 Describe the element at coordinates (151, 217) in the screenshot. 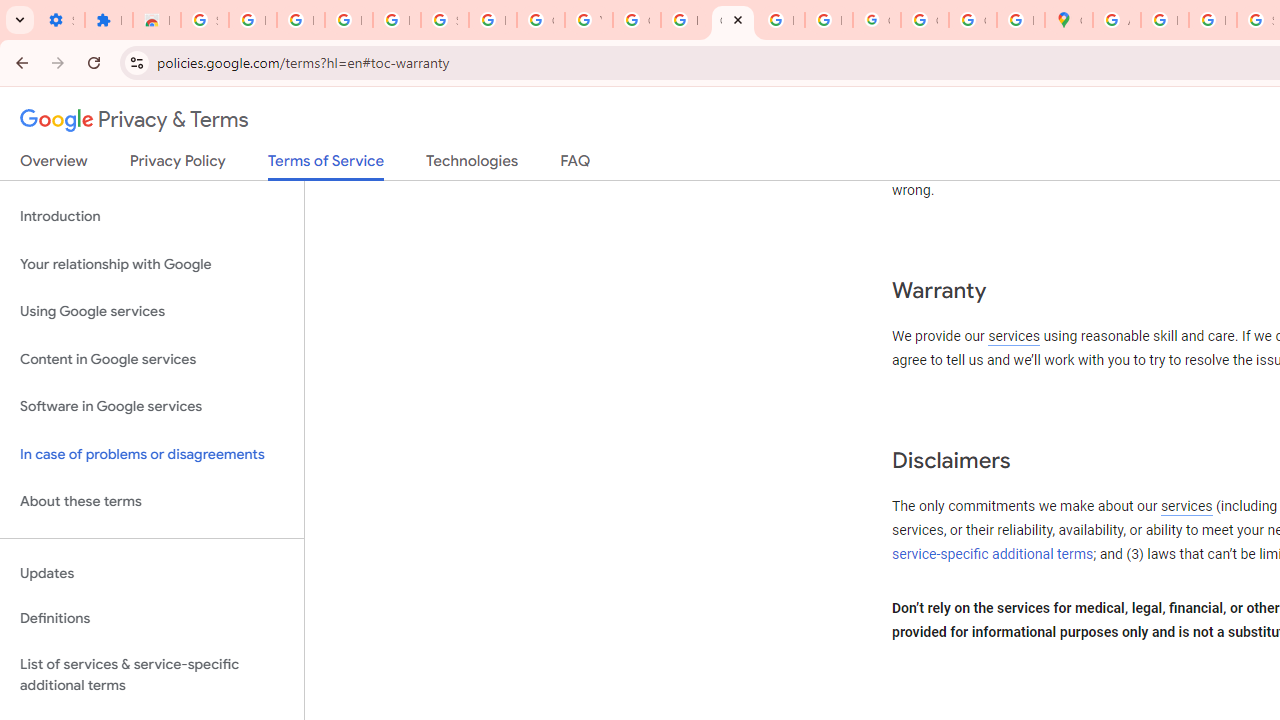

I see `'Introduction'` at that location.